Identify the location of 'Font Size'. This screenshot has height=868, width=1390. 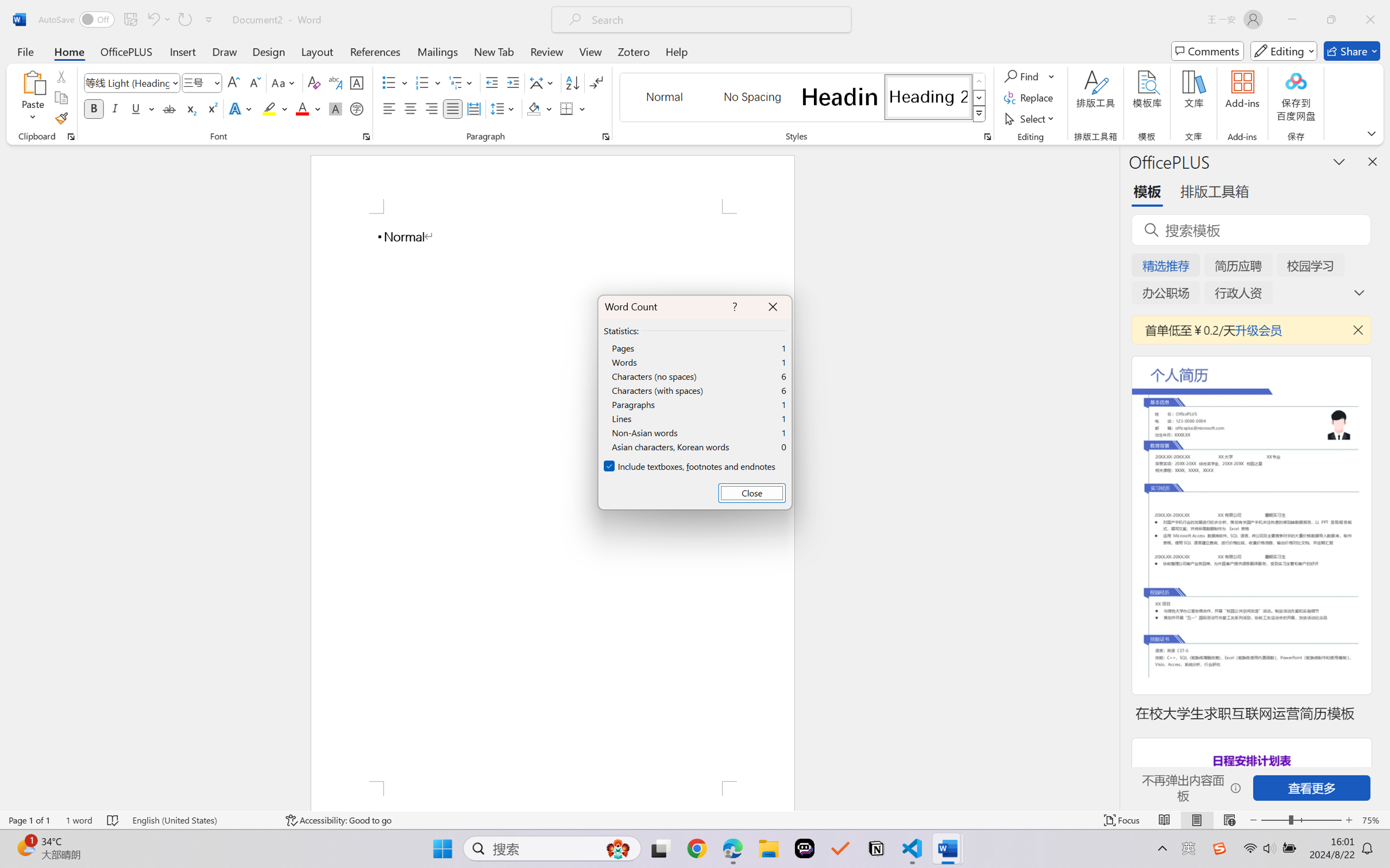
(196, 83).